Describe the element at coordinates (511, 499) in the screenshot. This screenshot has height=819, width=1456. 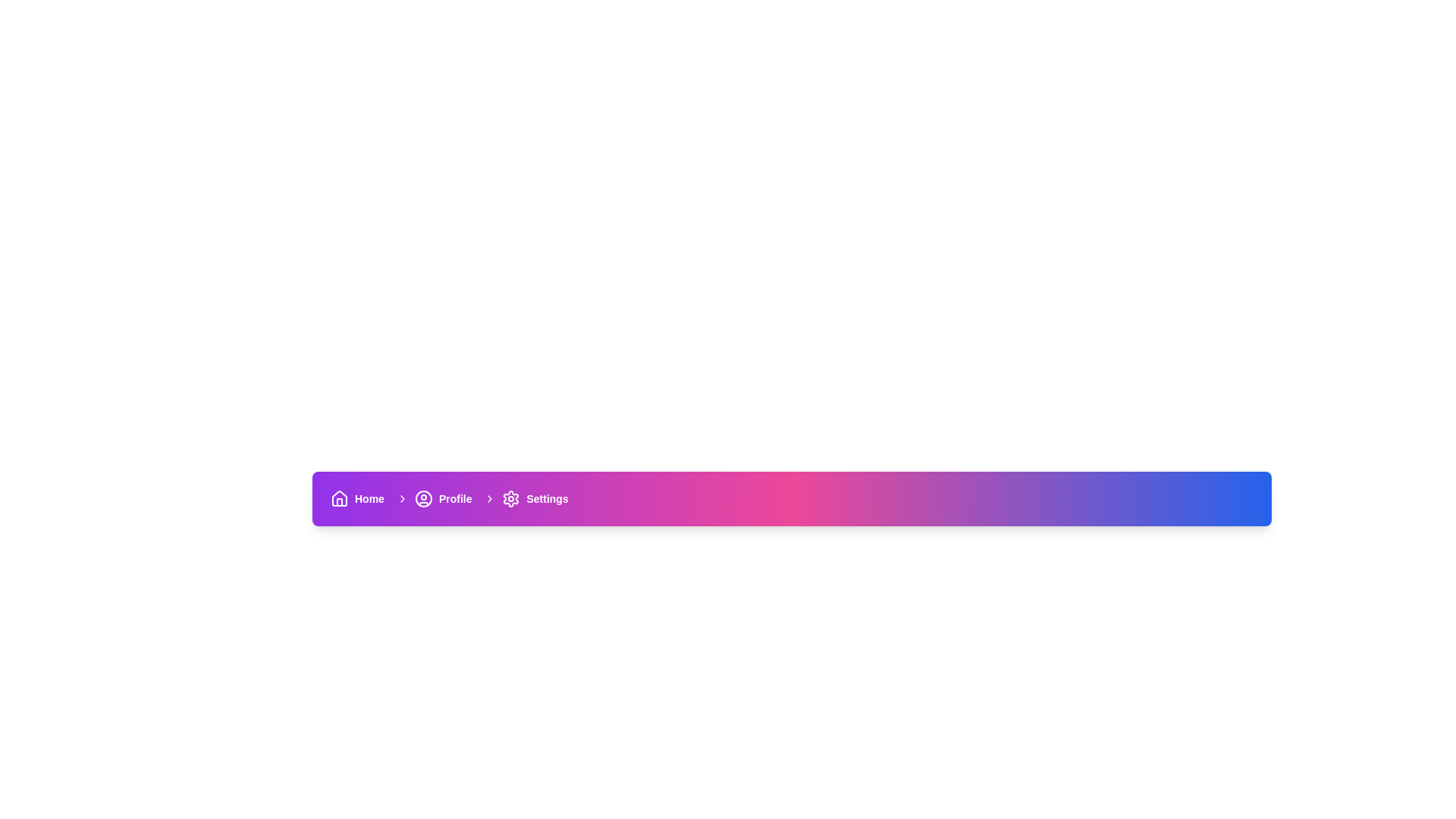
I see `the 'Settings' icon button located towards the middle-right of the bottom bar` at that location.